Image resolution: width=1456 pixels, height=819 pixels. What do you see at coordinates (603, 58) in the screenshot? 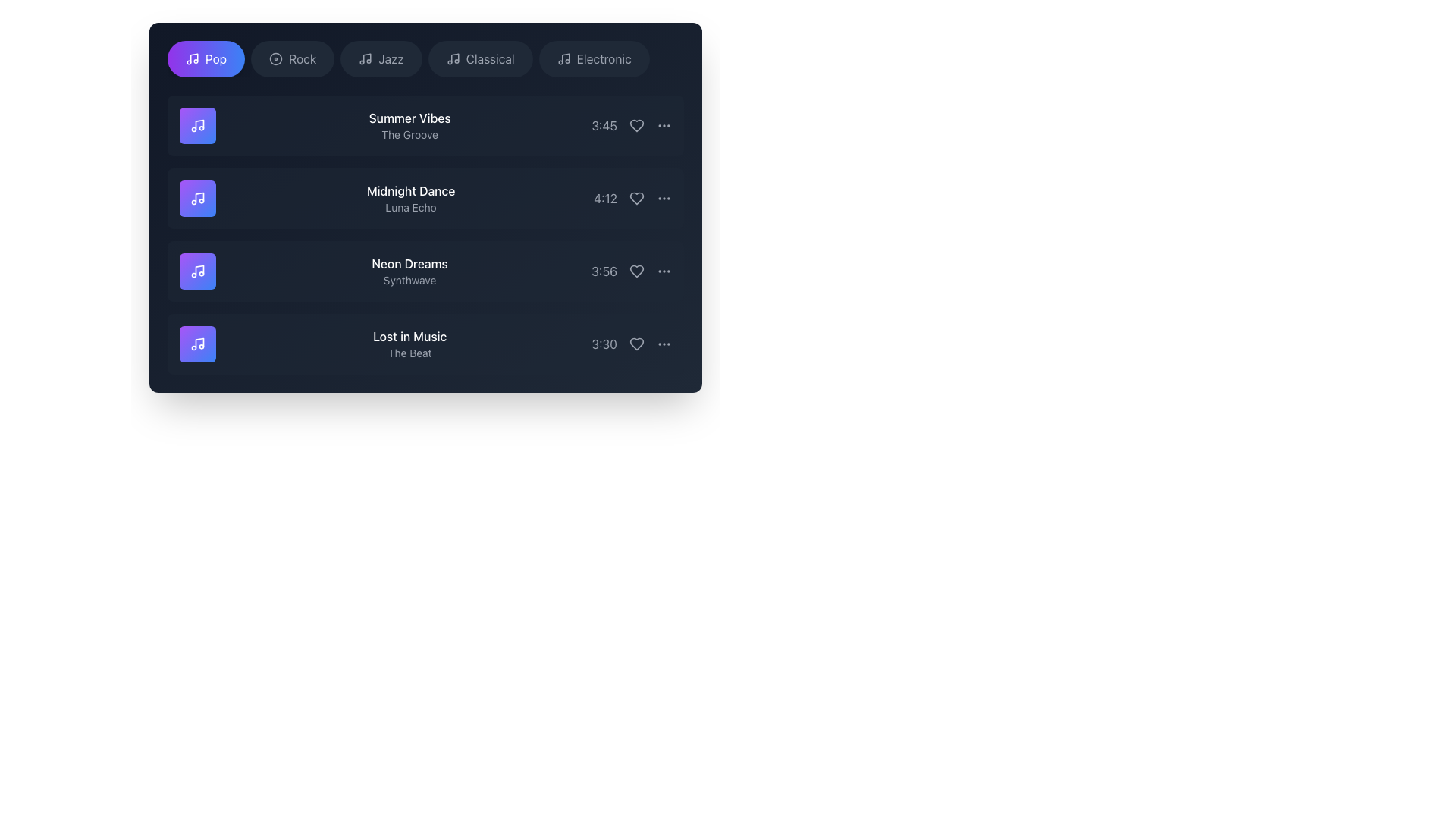
I see `the 'Electronic' label, styled in a modern sans-serif font, located in the top-right corner of the main interface segment` at bounding box center [603, 58].